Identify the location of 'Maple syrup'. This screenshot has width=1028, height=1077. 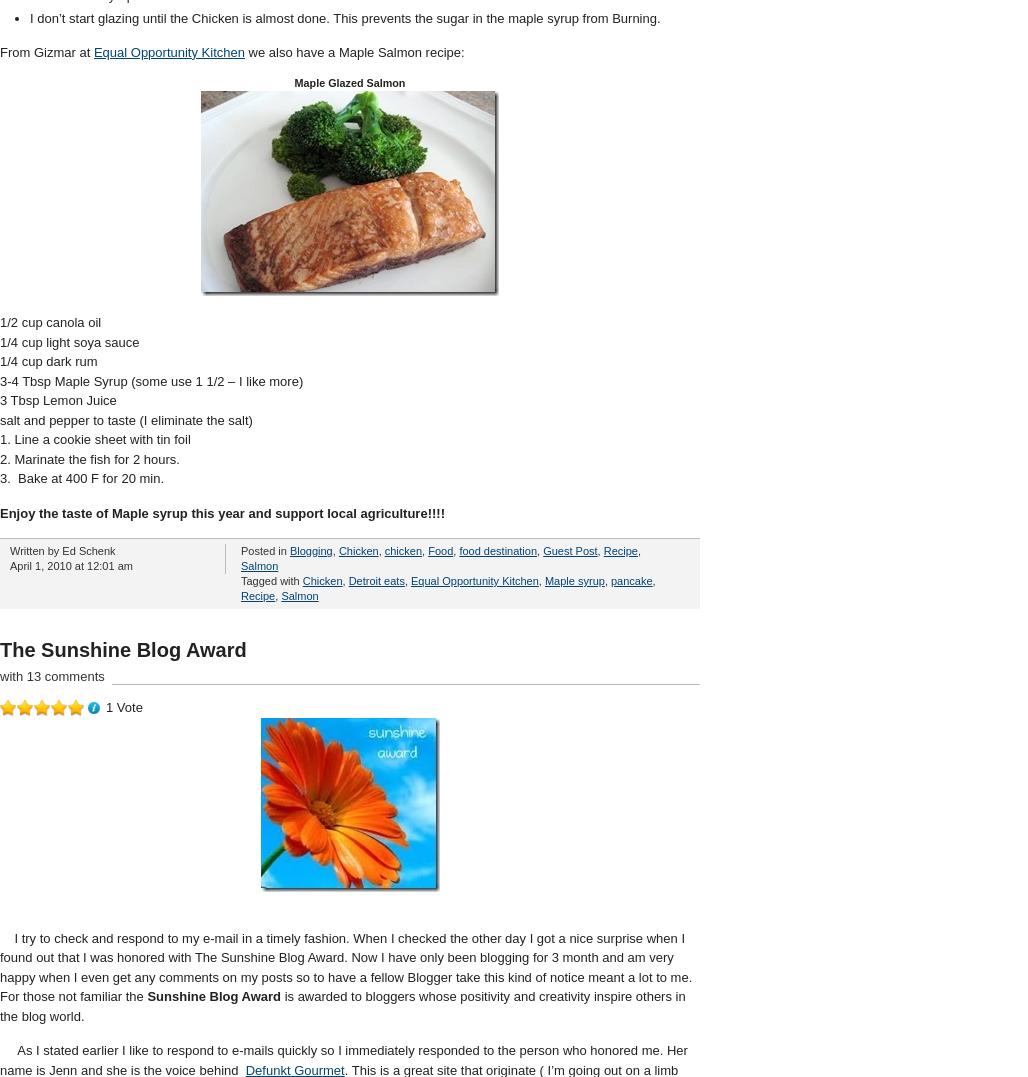
(544, 580).